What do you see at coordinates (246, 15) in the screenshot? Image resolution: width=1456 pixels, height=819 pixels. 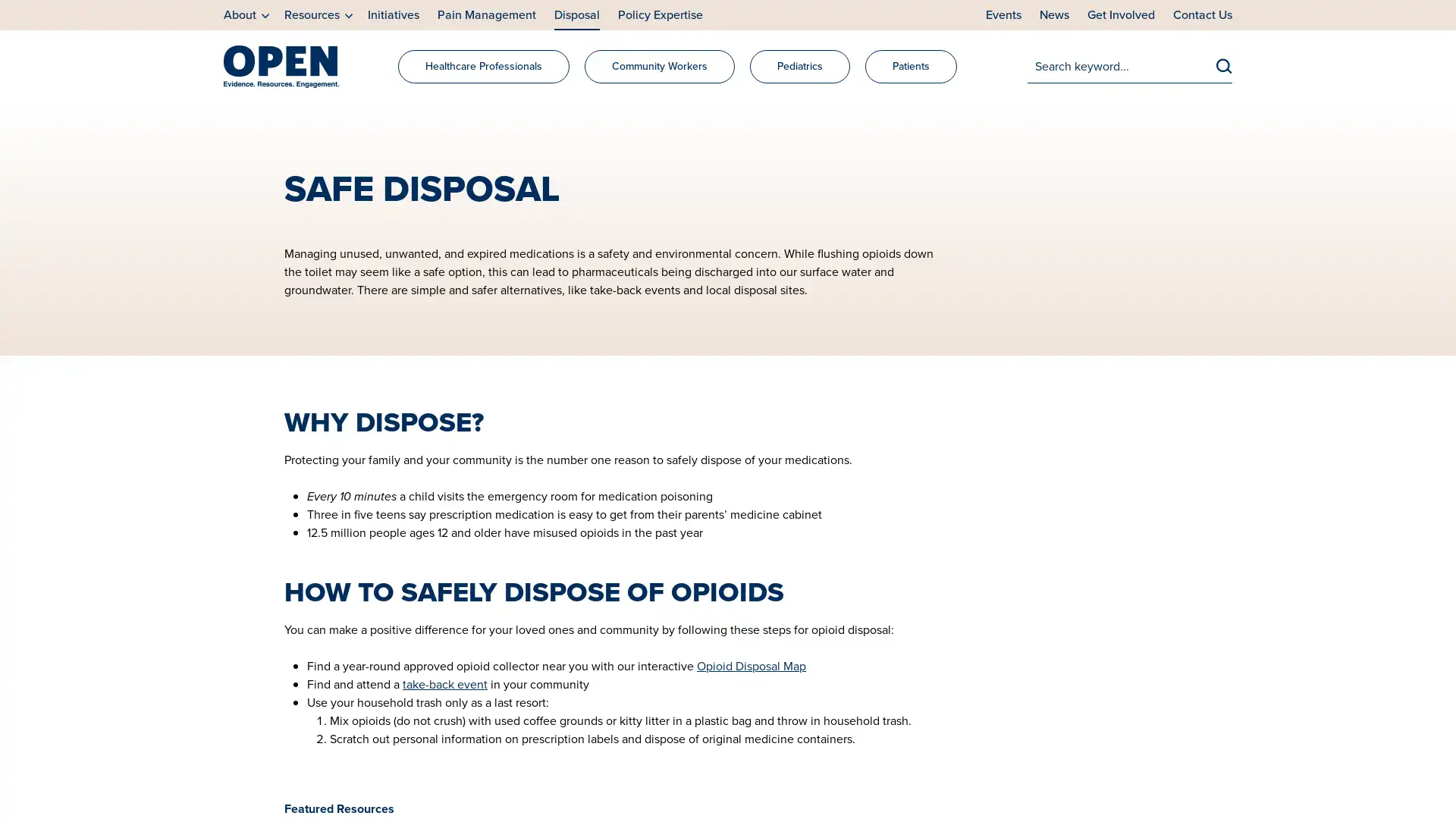 I see `About` at bounding box center [246, 15].